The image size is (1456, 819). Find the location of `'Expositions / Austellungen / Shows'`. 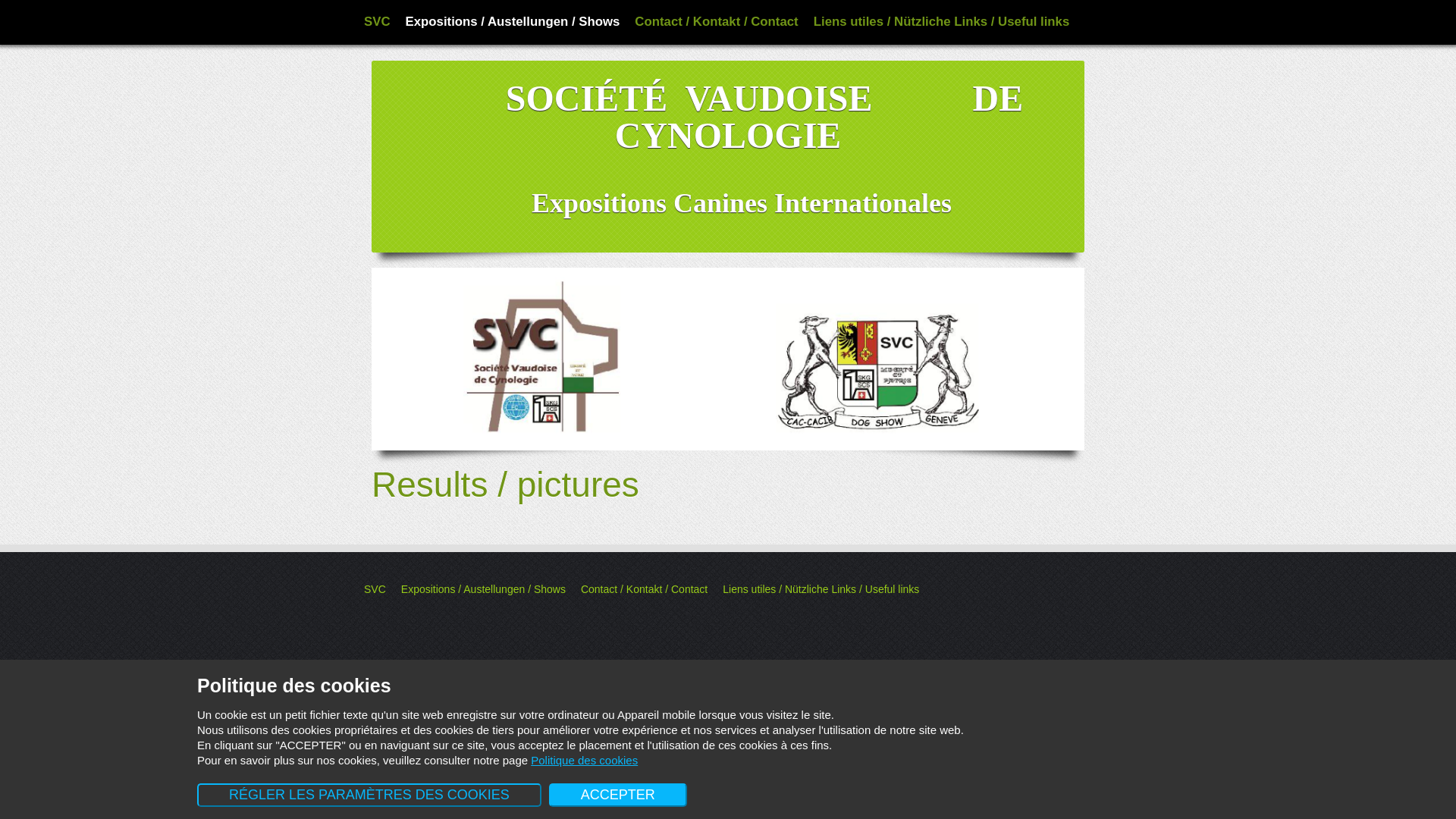

'Expositions / Austellungen / Shows' is located at coordinates (482, 588).